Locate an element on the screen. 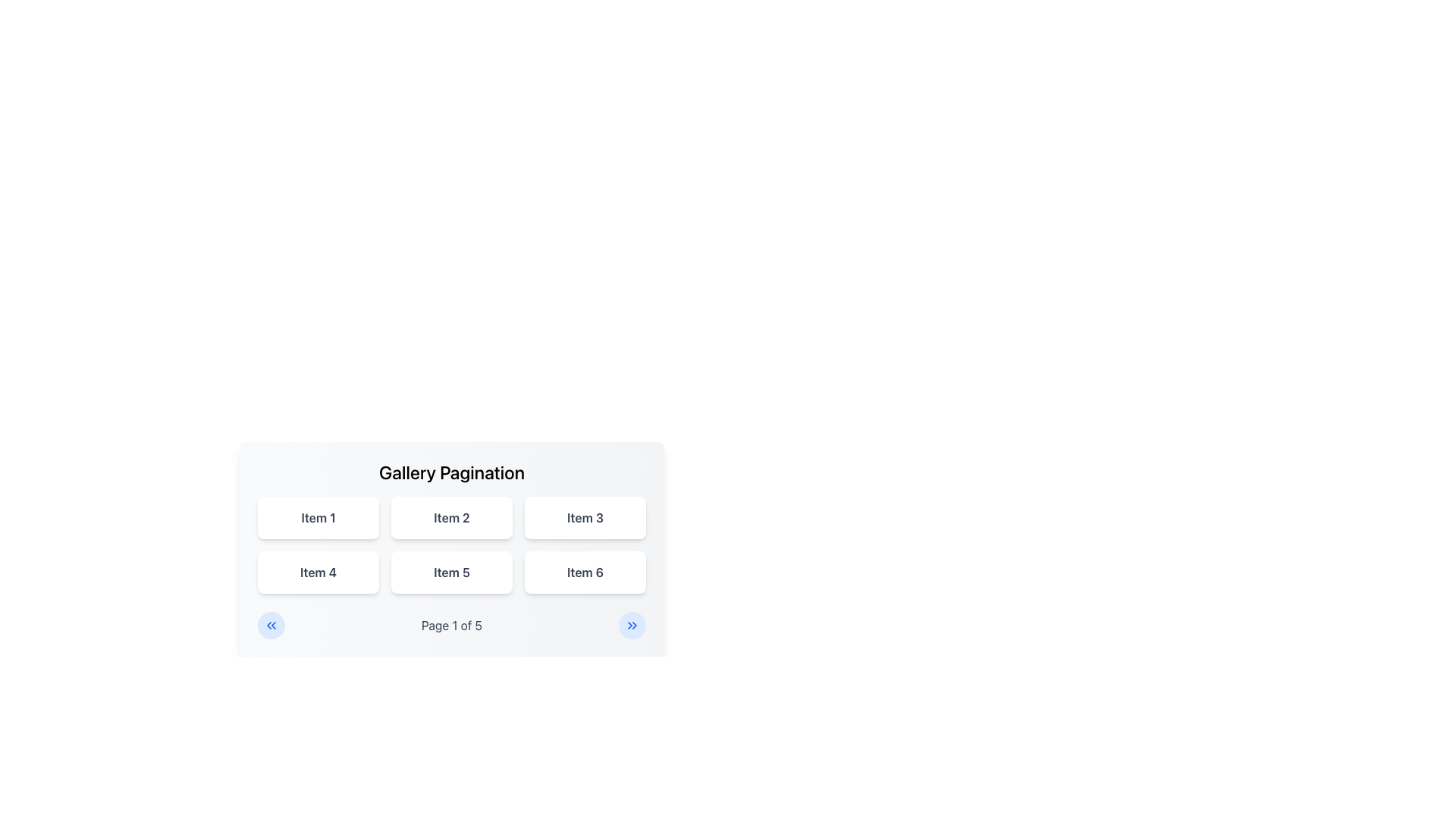  the 'Item 2' button, which is a rectangular button with a white background, rounded corners, and bold dark gray text, located in the first row, second column of a grid layout is located at coordinates (450, 516).